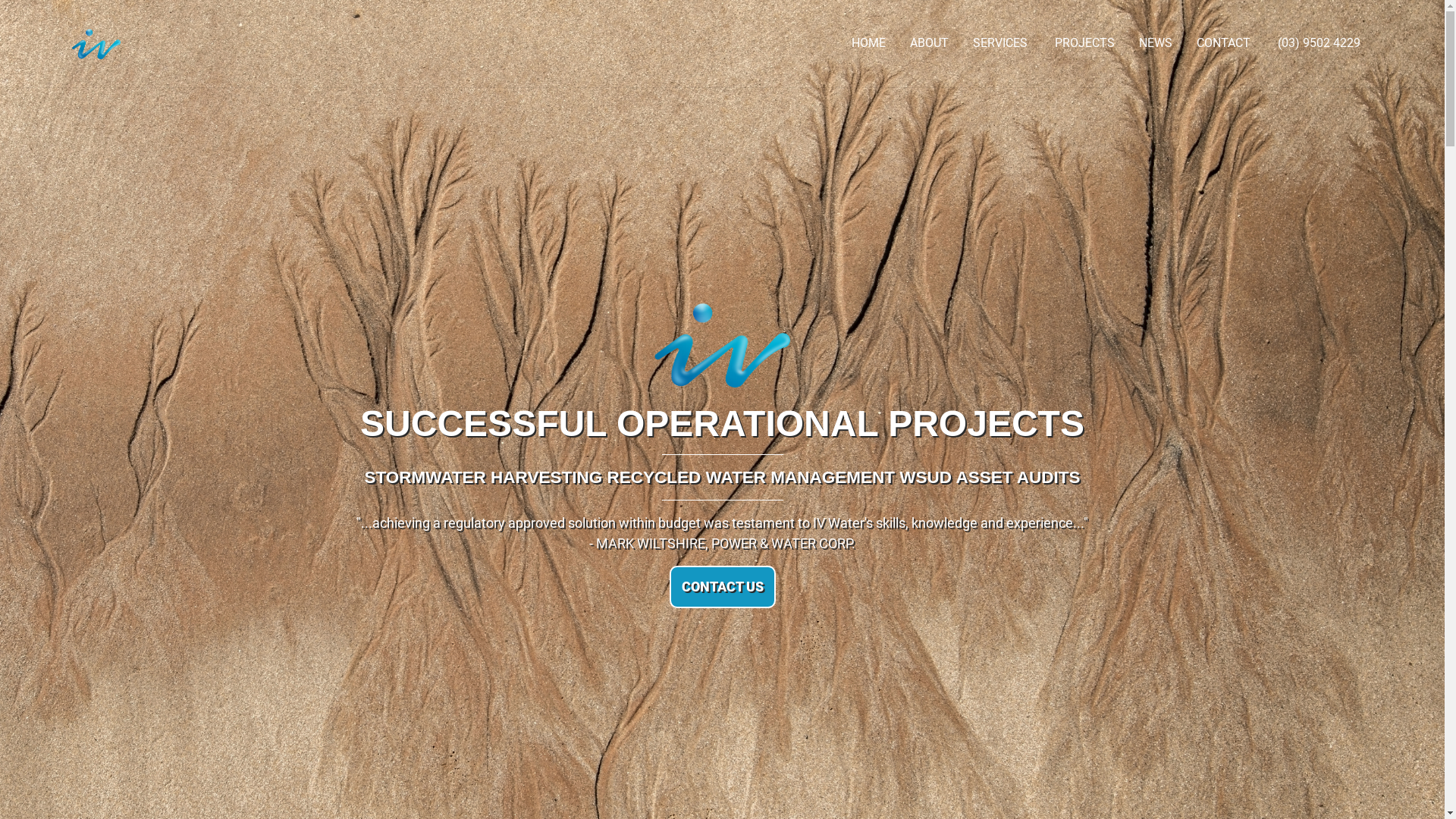  What do you see at coordinates (1084, 42) in the screenshot?
I see `'PROJECTS'` at bounding box center [1084, 42].